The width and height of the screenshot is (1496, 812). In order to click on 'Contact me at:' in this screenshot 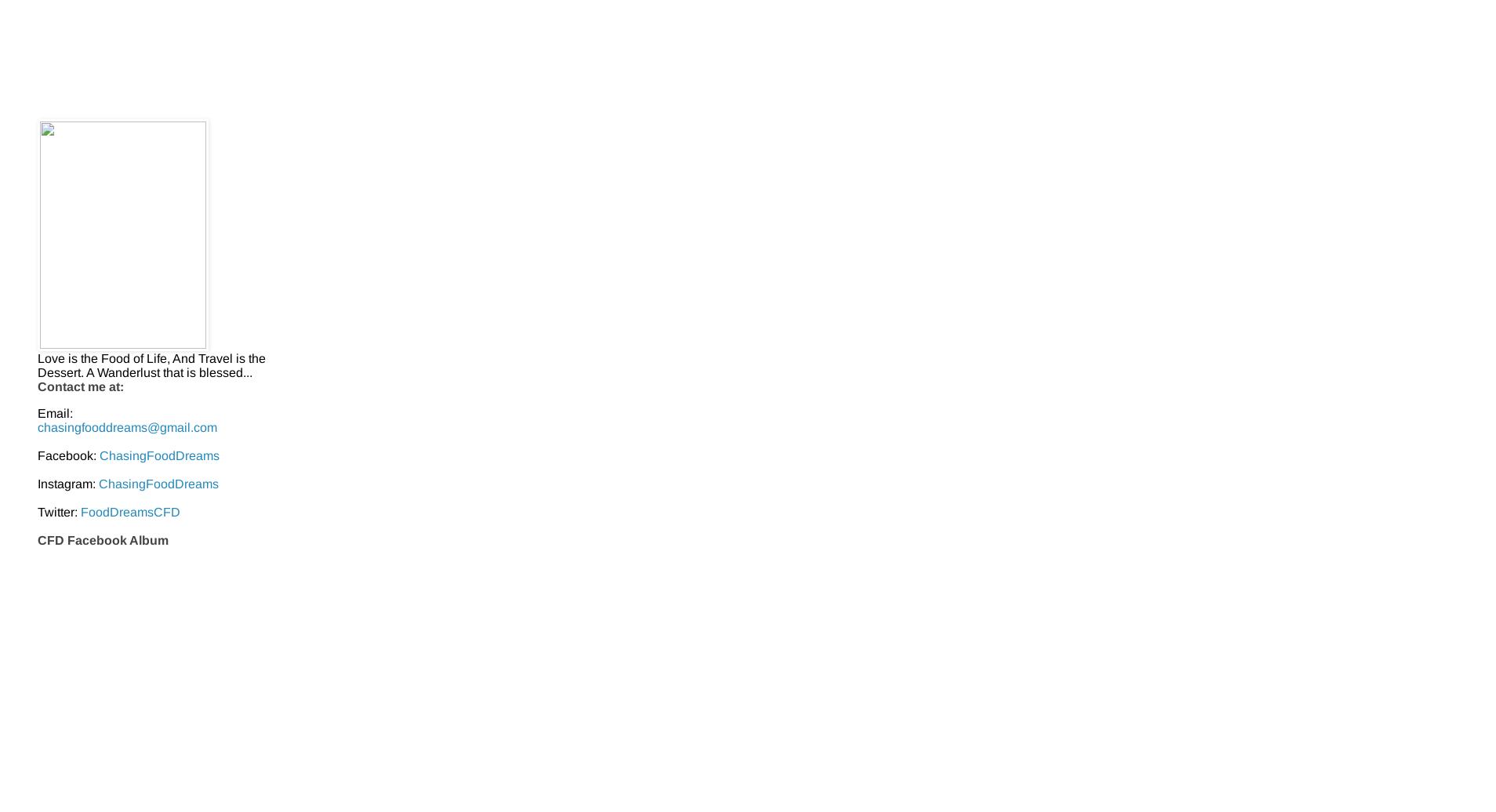, I will do `click(80, 386)`.